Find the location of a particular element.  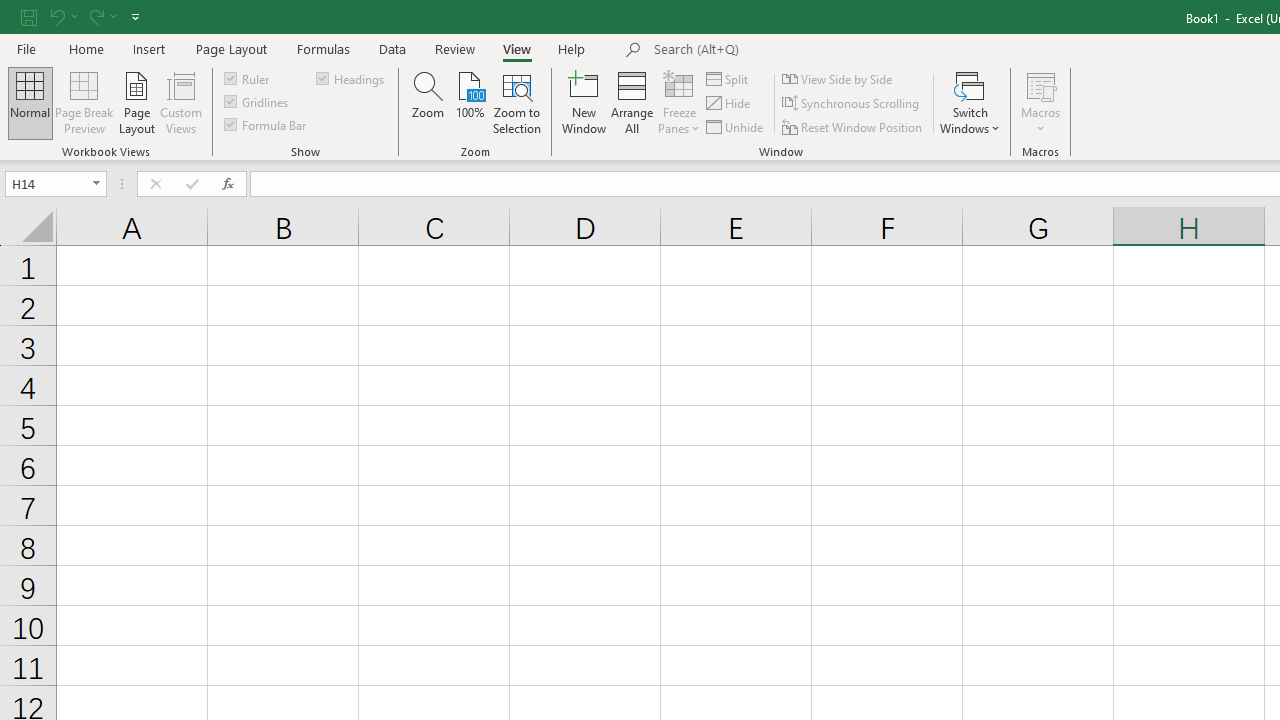

'Headings' is located at coordinates (352, 77).